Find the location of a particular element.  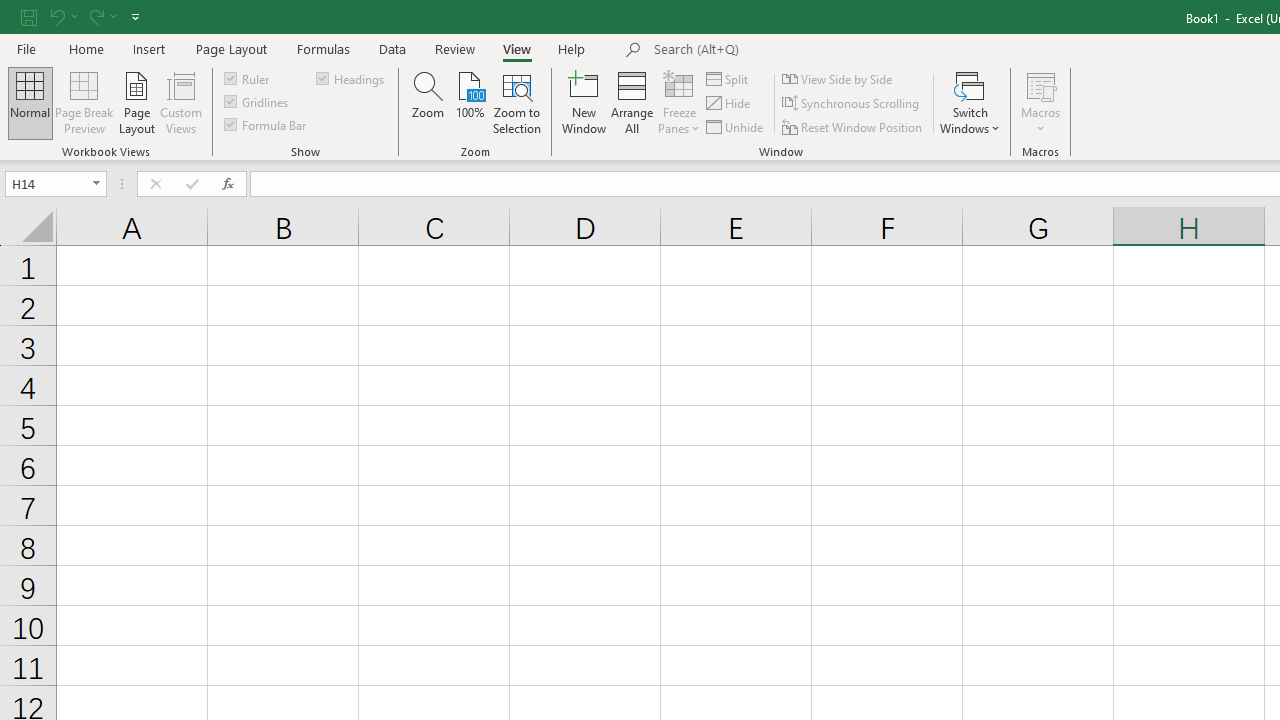

'Headings' is located at coordinates (352, 77).